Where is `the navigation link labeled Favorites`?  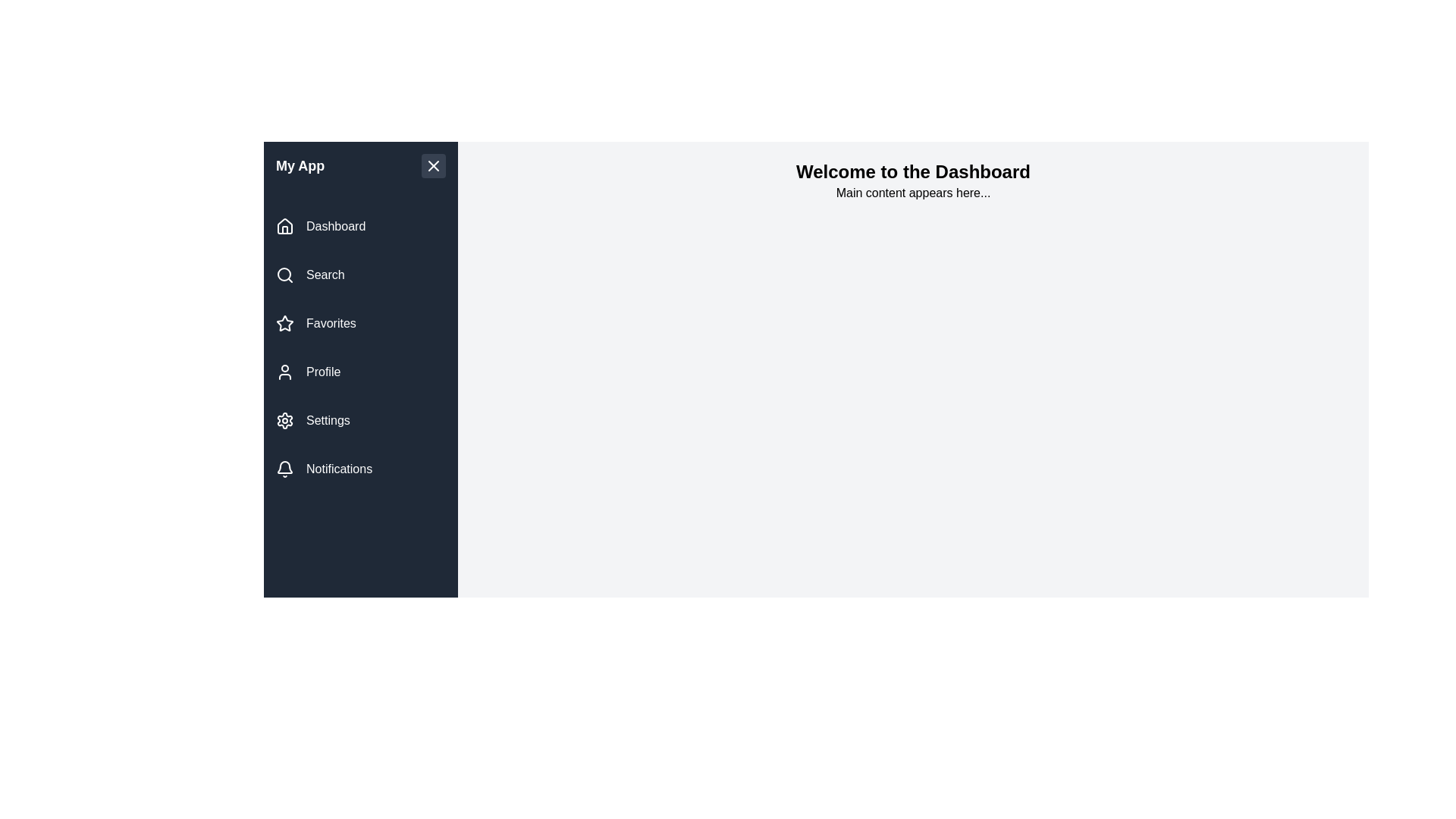
the navigation link labeled Favorites is located at coordinates (359, 323).